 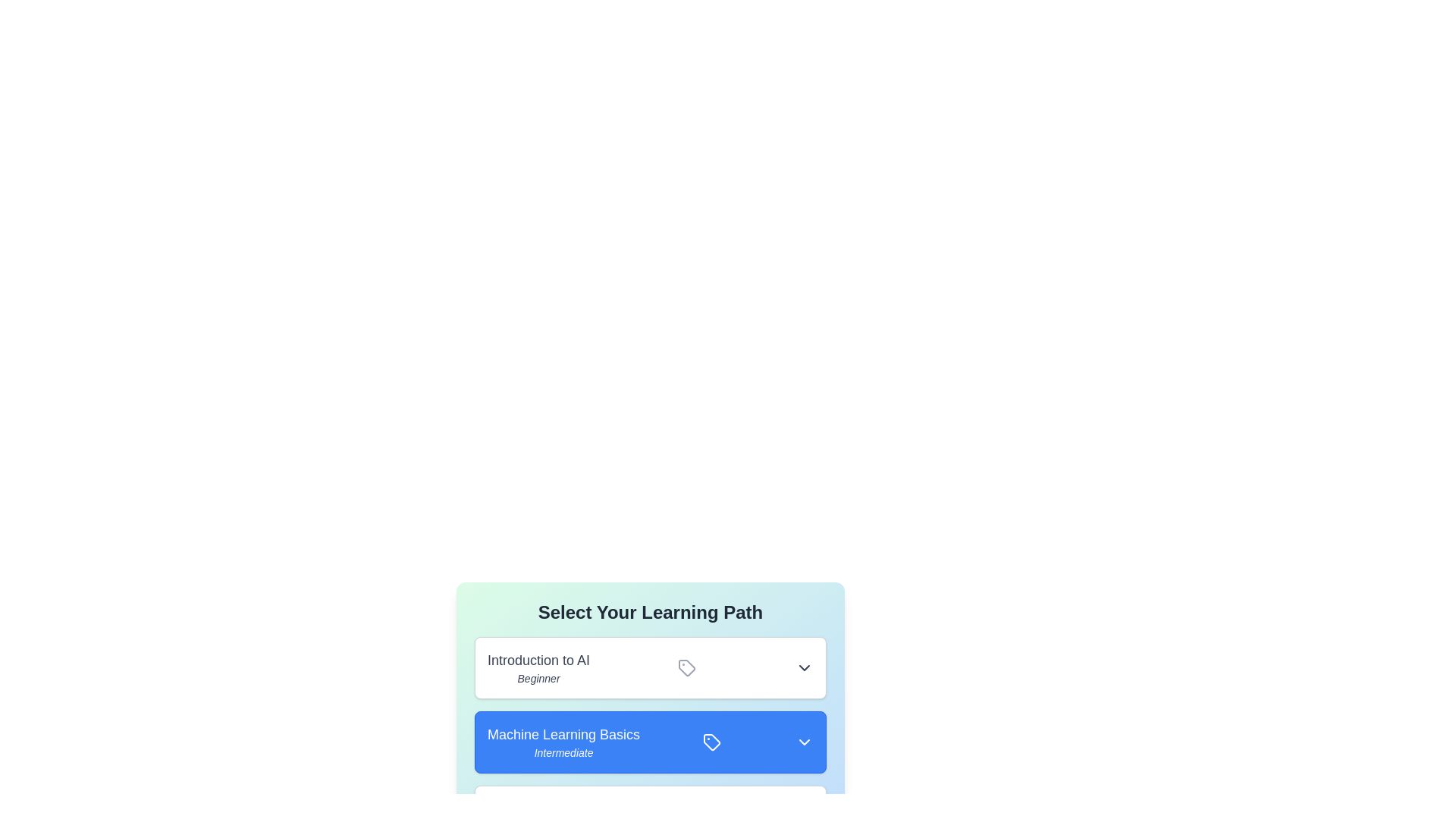 What do you see at coordinates (803, 667) in the screenshot?
I see `the dropdown button of the learning path Introduction to AI to expand or collapse its details` at bounding box center [803, 667].